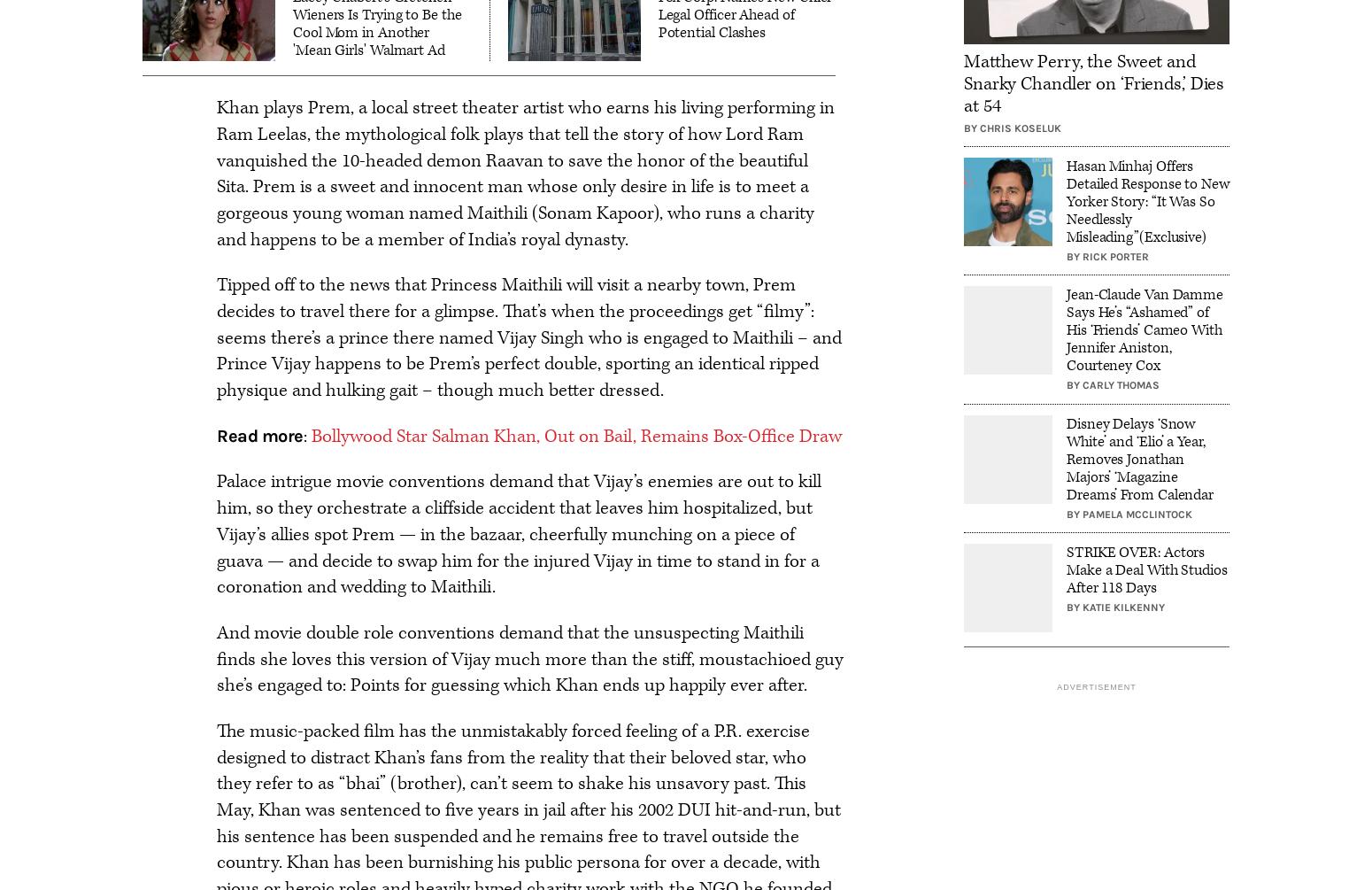 The height and width of the screenshot is (890, 1372). What do you see at coordinates (1120, 384) in the screenshot?
I see `'Carly Thomas'` at bounding box center [1120, 384].